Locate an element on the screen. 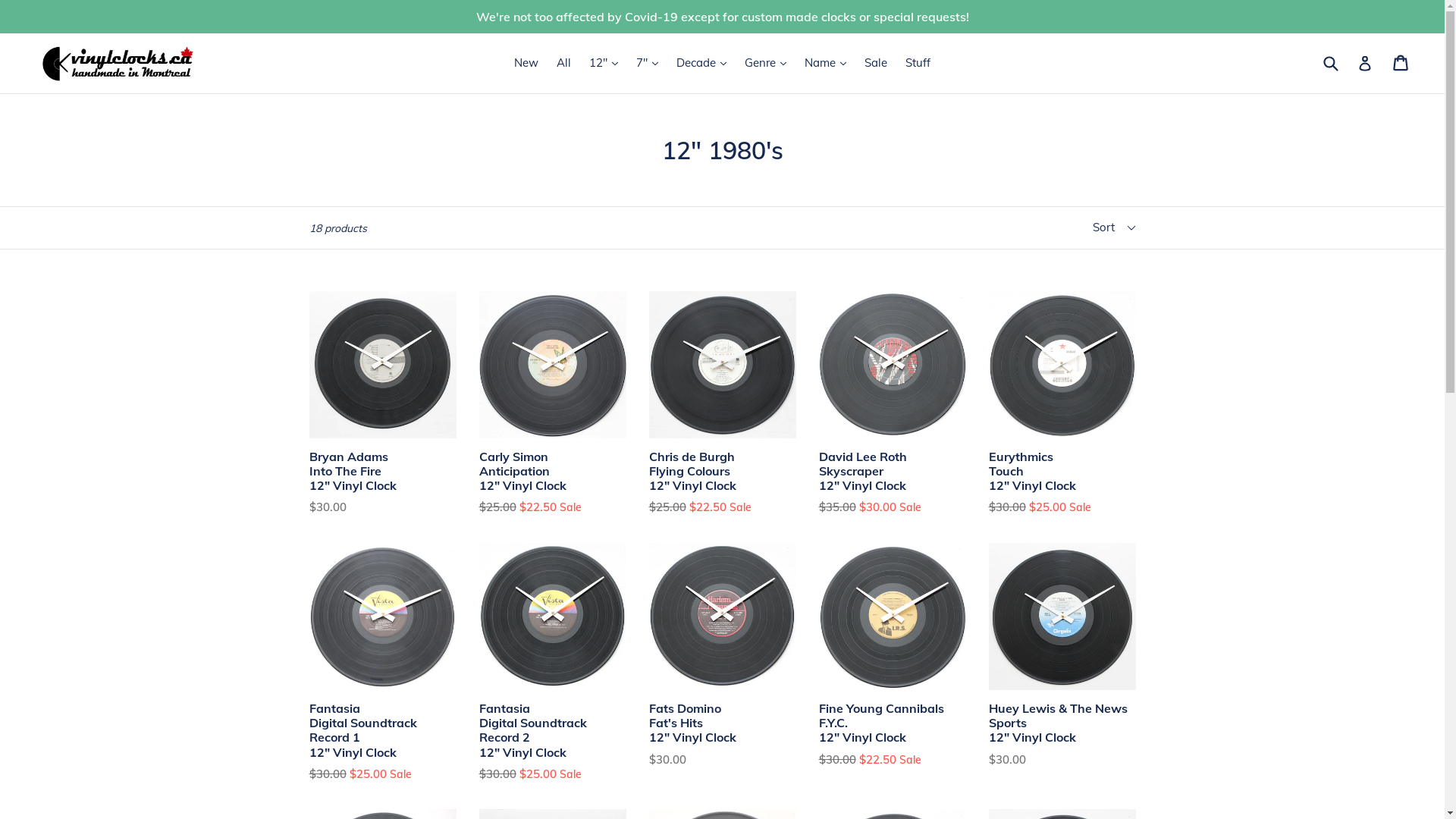 The image size is (1456, 819). 'New' is located at coordinates (526, 62).